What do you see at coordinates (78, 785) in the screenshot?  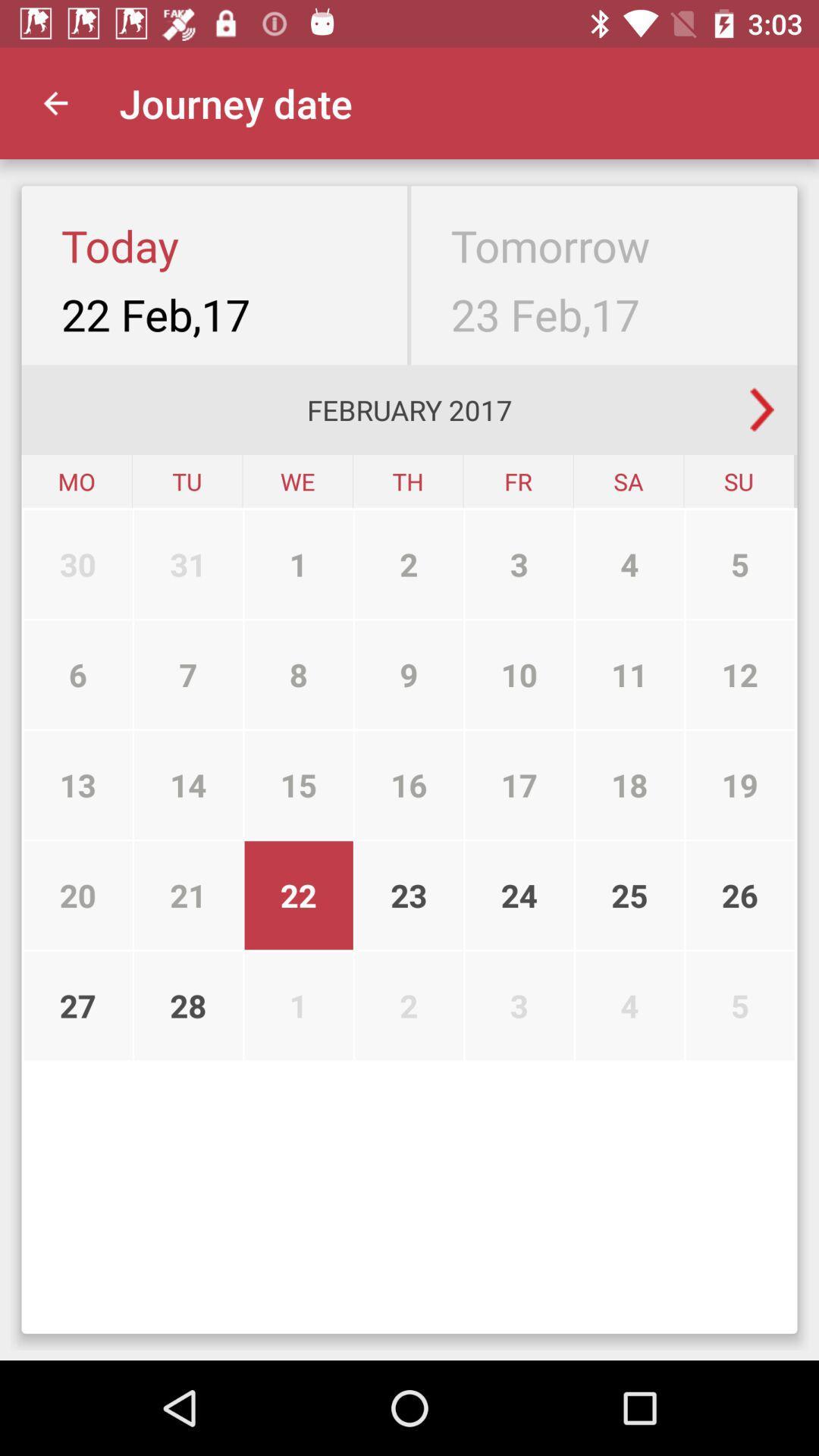 I see `item below 6 item` at bounding box center [78, 785].